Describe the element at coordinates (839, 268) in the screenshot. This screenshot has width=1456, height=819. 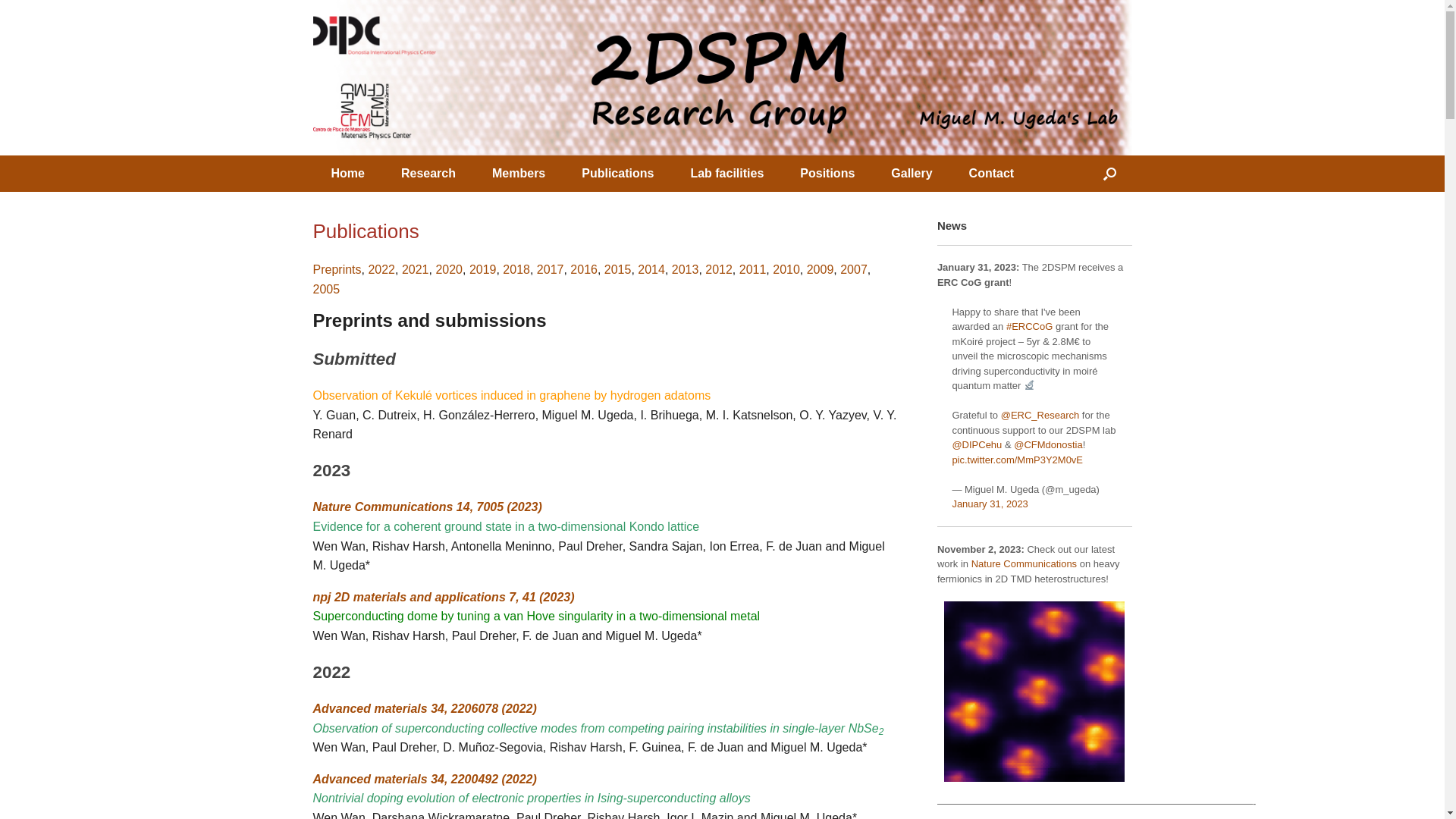
I see `'2007'` at that location.